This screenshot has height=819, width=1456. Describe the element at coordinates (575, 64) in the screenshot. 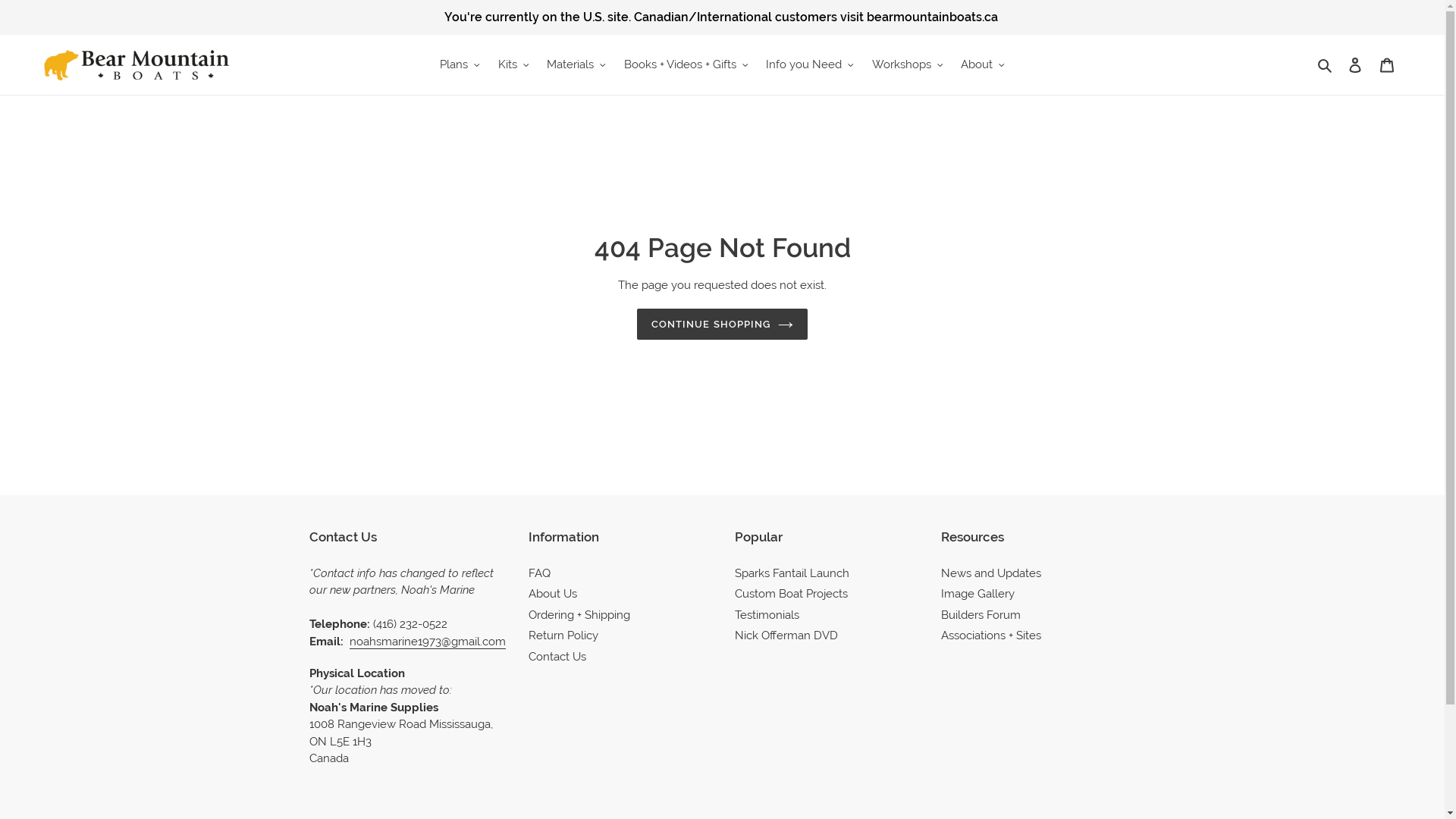

I see `'Materials'` at that location.